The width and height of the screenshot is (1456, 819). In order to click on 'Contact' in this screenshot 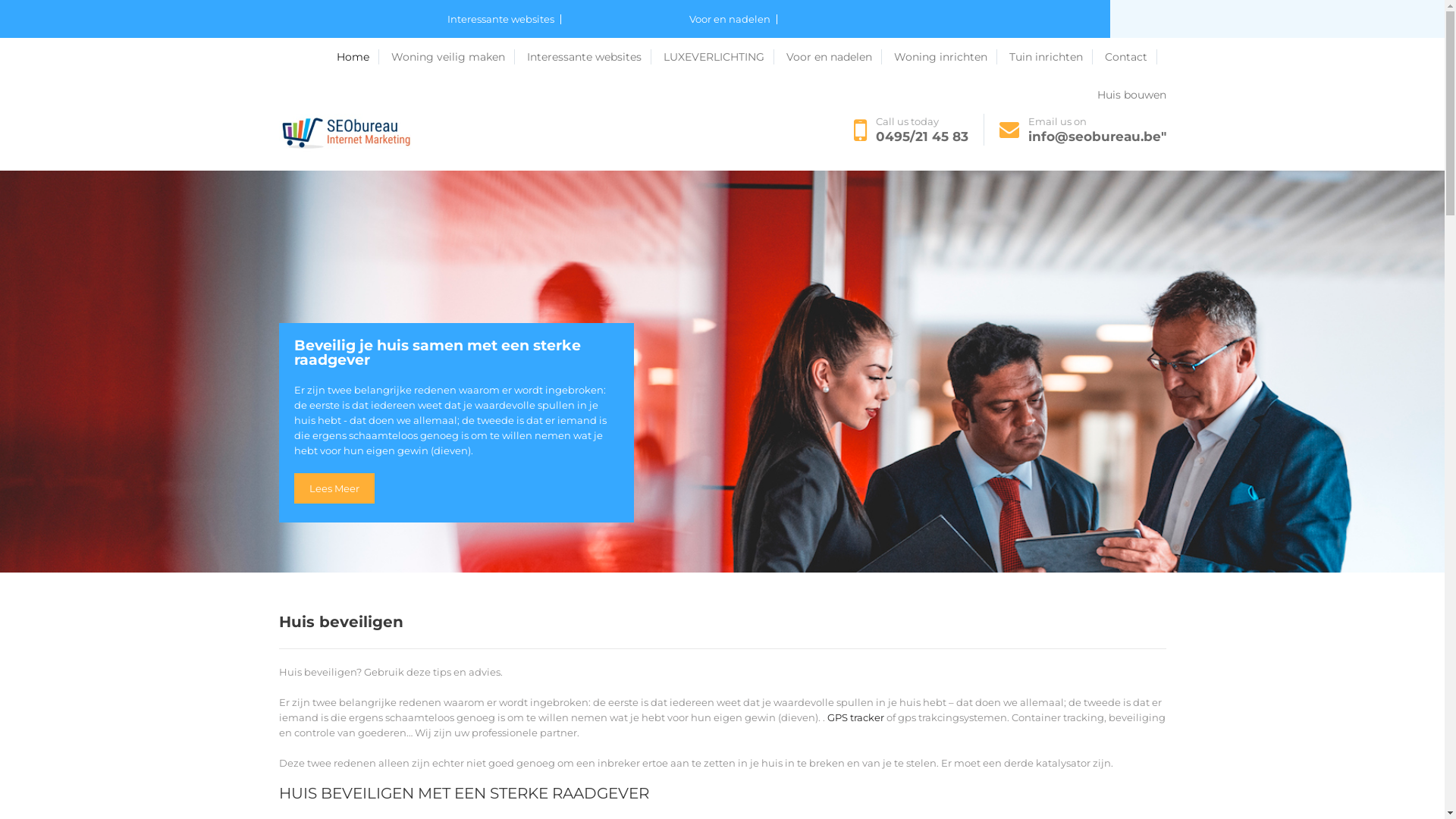, I will do `click(1130, 55)`.